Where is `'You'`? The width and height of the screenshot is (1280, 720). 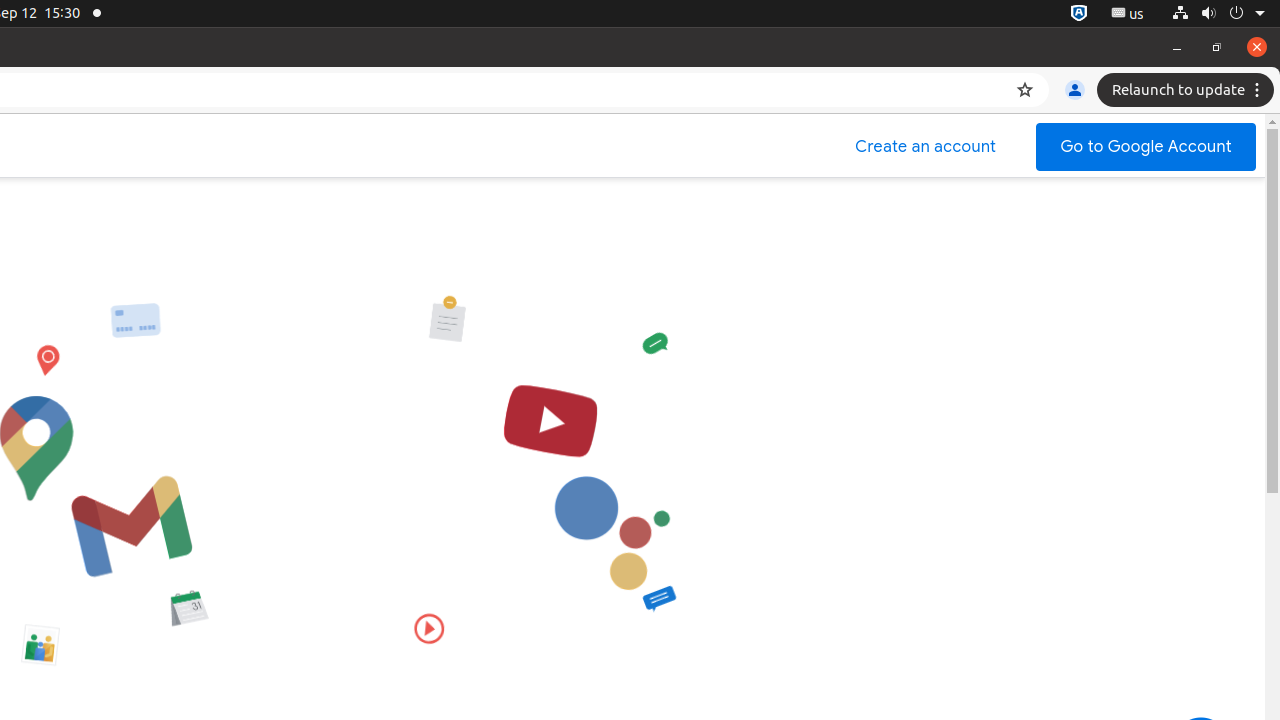 'You' is located at coordinates (1073, 90).